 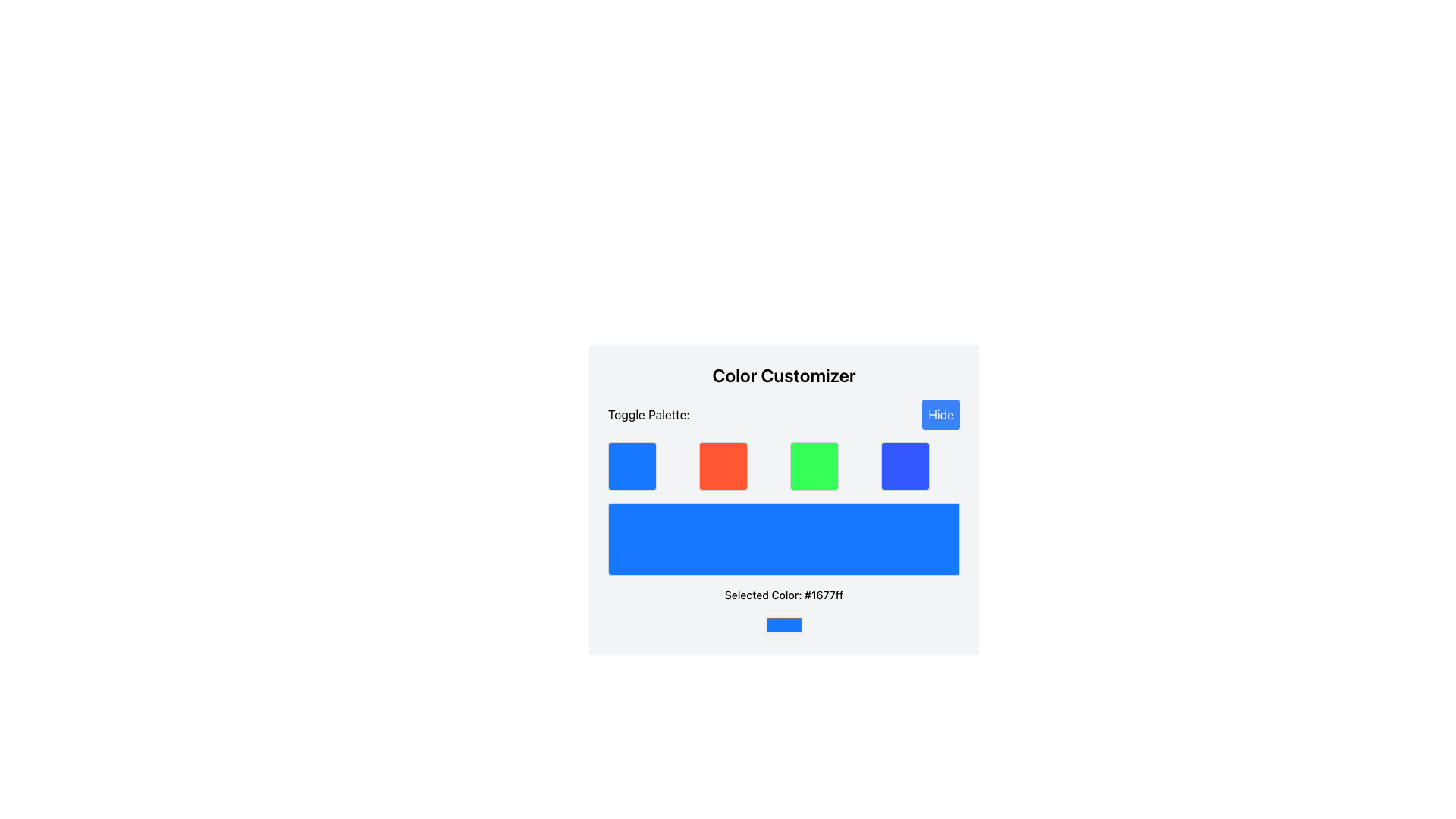 I want to click on one of the color swatches in the grid of four square-shaped color swatches, so click(x=783, y=465).